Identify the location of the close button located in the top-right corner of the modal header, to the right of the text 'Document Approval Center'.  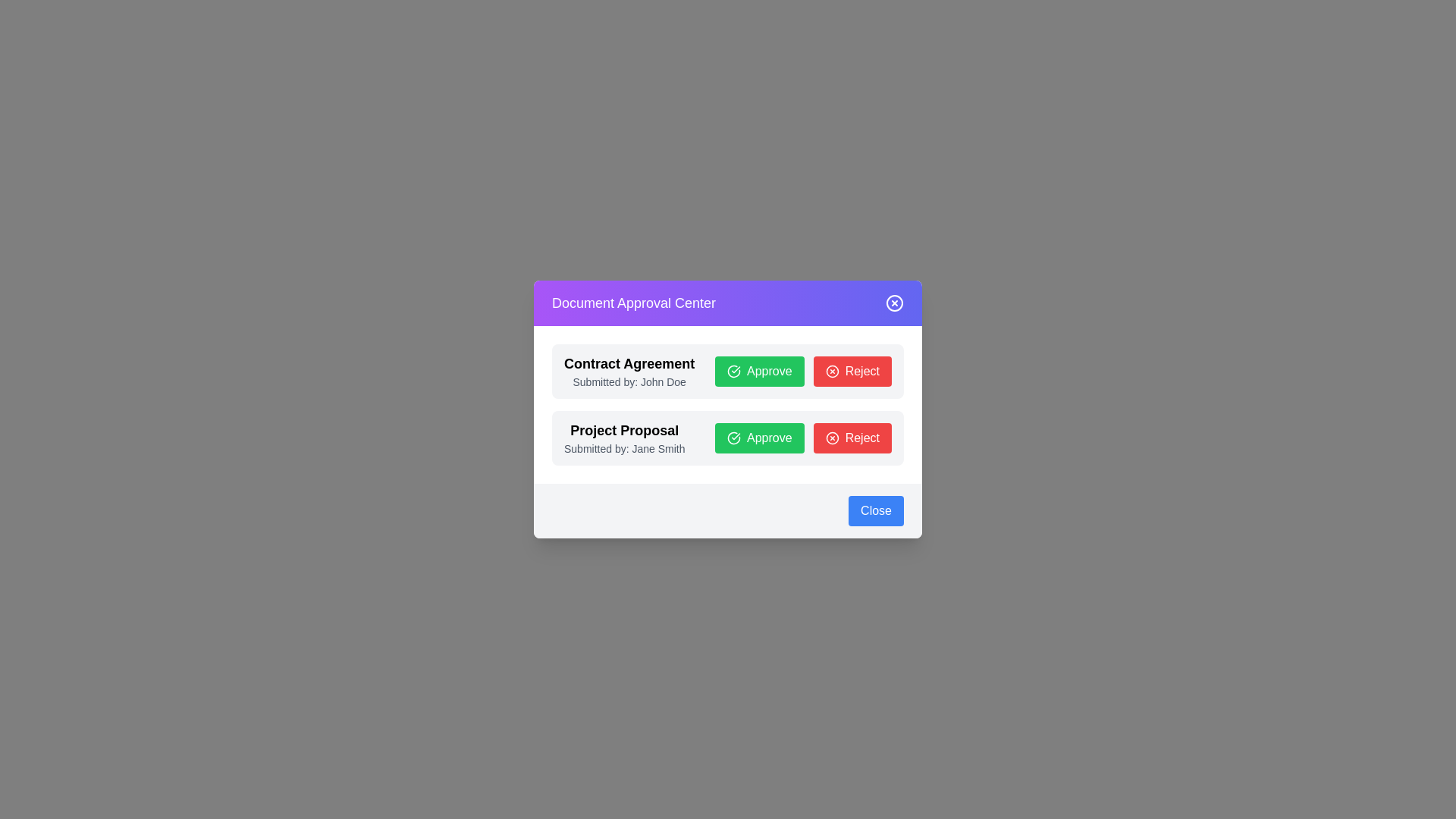
(895, 303).